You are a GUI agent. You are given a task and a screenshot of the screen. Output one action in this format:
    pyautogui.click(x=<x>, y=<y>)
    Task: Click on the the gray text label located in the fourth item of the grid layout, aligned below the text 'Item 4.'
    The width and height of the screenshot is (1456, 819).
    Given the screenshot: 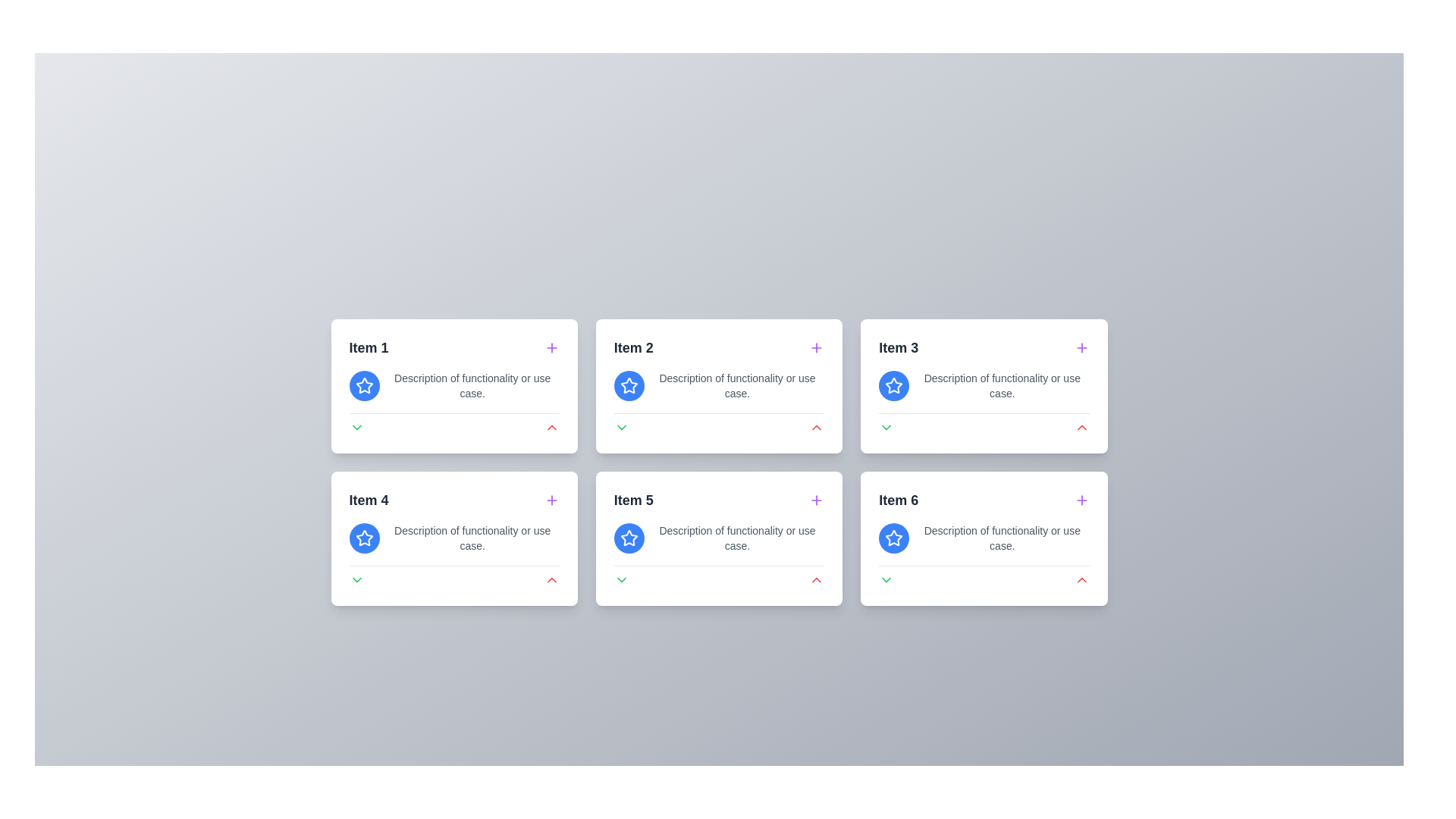 What is the action you would take?
    pyautogui.click(x=472, y=537)
    